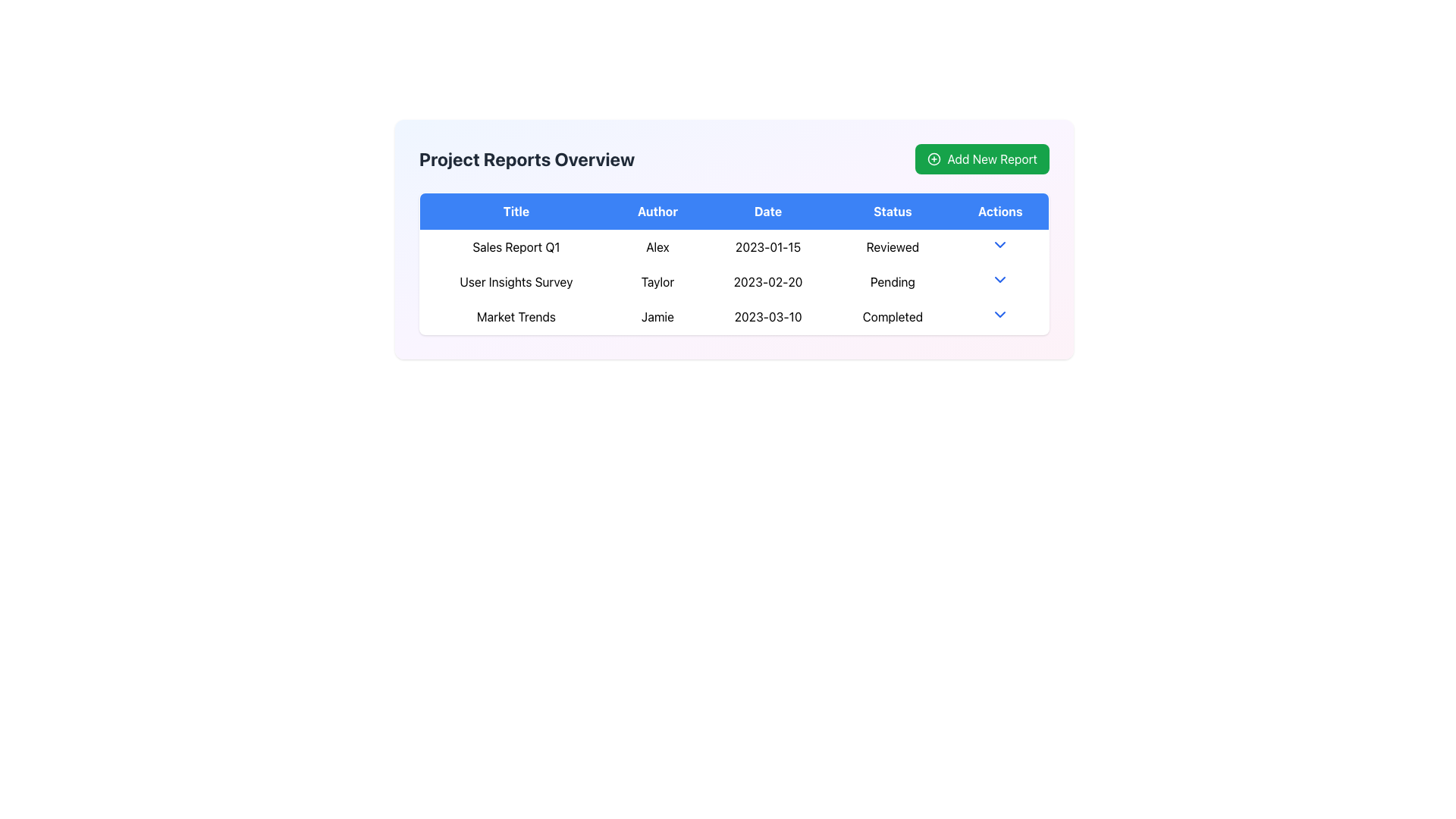 The height and width of the screenshot is (819, 1456). I want to click on the Header cell of the data table labeled 'Date', which has a blue background and white bold text, positioned as the third element in the navigation header row, so click(767, 211).